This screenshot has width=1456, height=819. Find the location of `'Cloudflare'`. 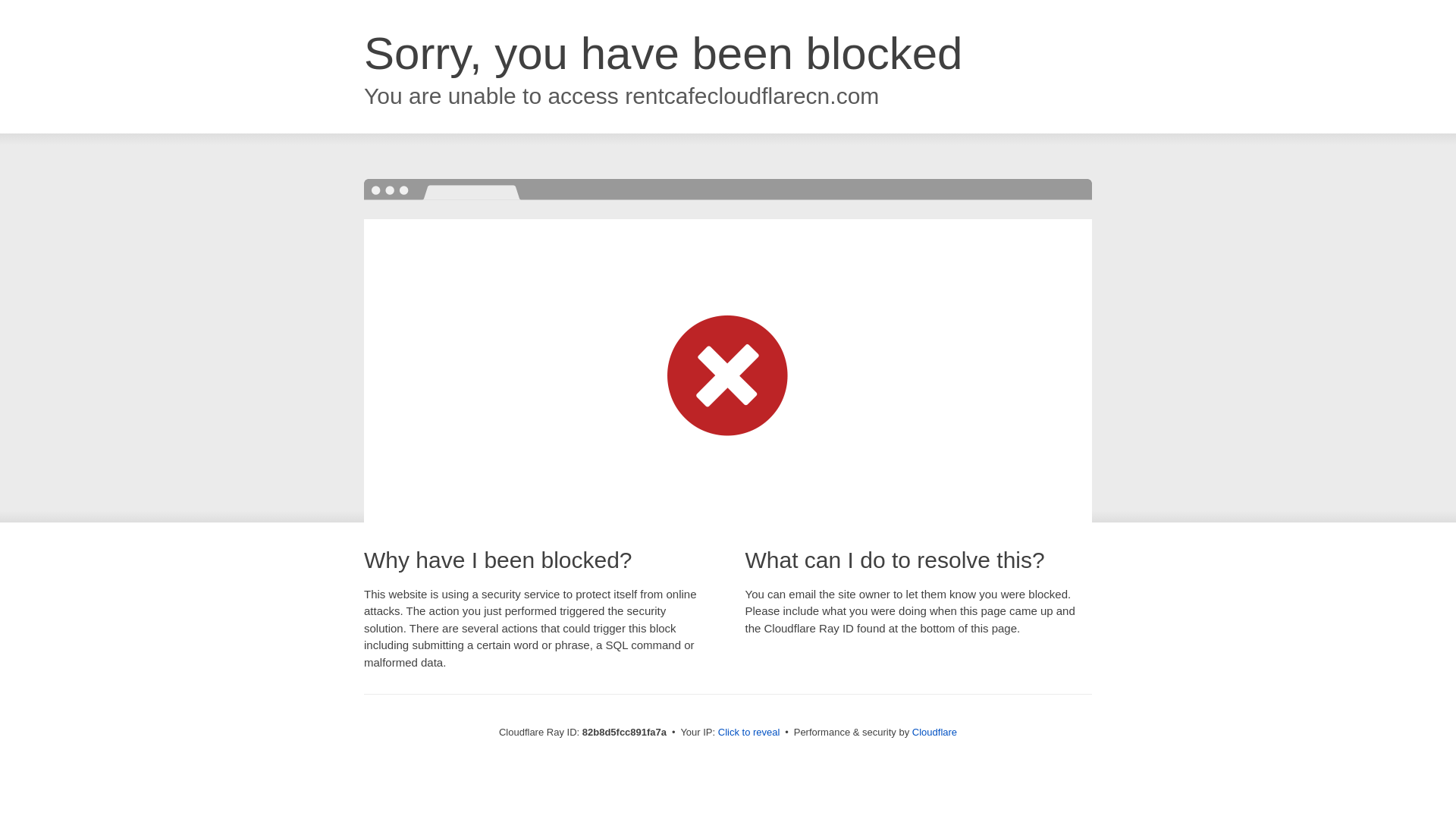

'Cloudflare' is located at coordinates (934, 731).